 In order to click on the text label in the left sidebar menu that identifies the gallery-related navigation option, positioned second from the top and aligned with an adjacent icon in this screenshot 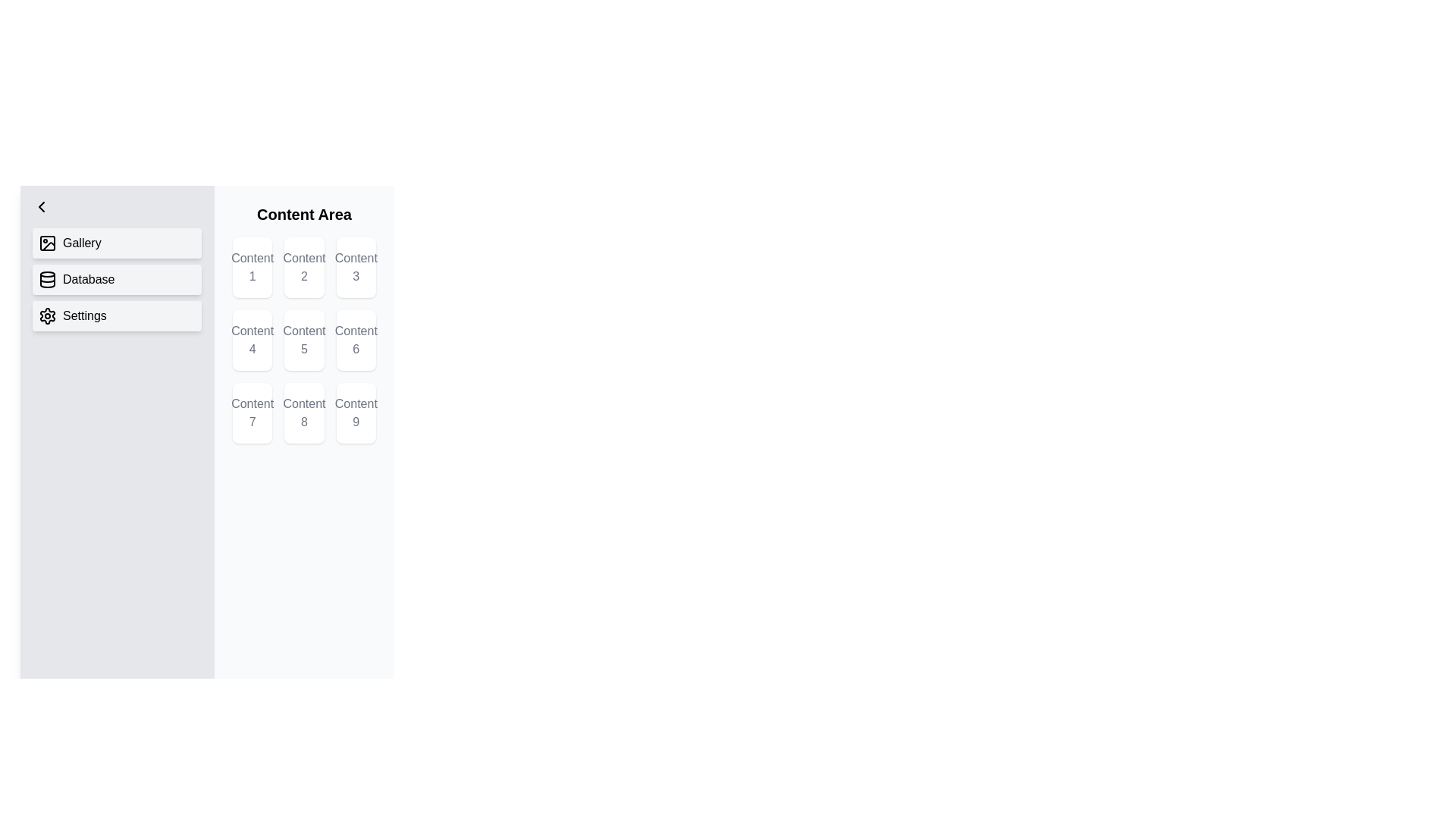, I will do `click(81, 242)`.